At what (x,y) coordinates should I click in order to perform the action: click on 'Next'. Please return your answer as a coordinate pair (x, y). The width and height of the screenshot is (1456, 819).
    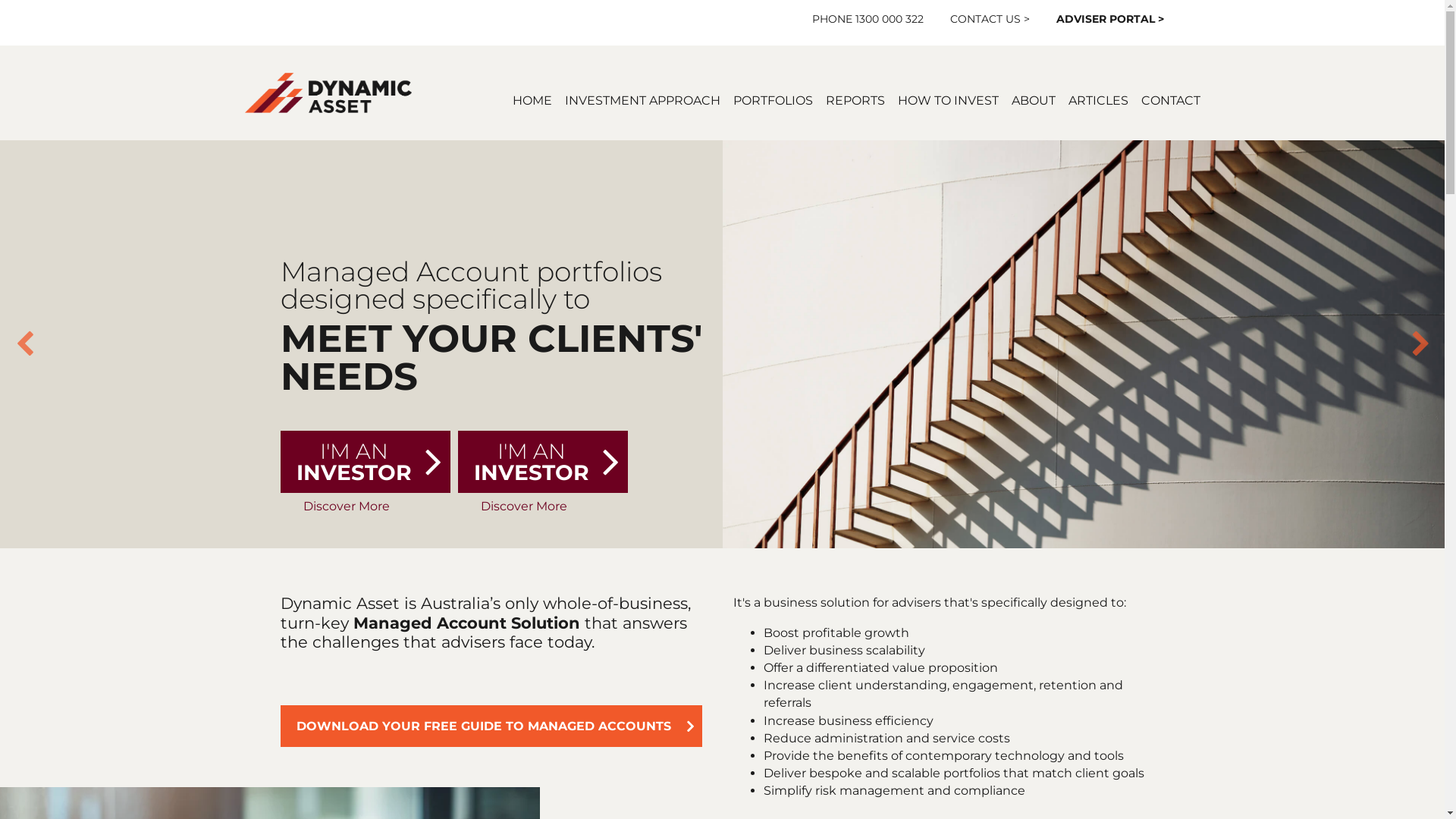
    Looking at the image, I should click on (1410, 344).